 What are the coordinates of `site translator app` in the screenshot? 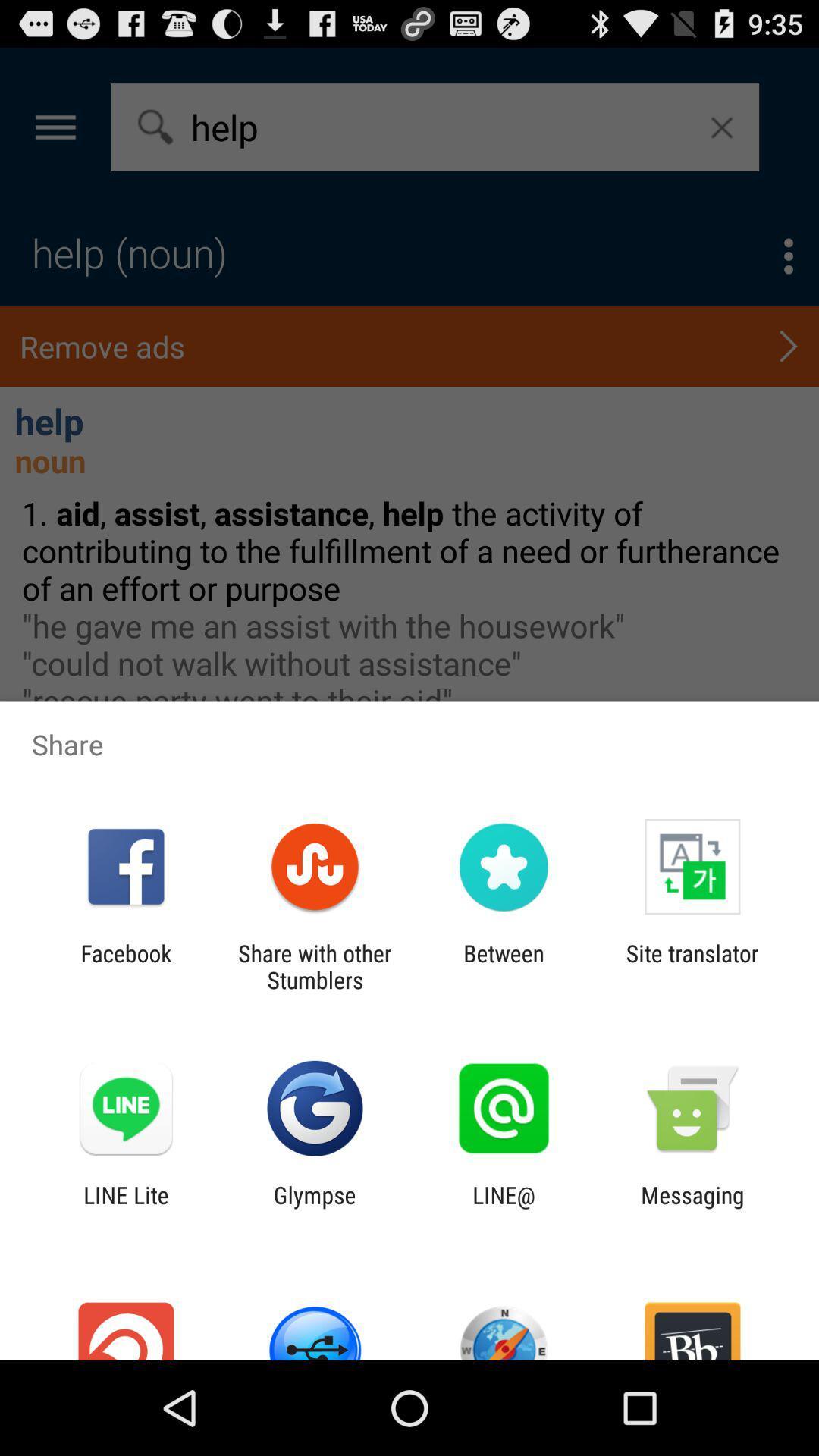 It's located at (692, 966).